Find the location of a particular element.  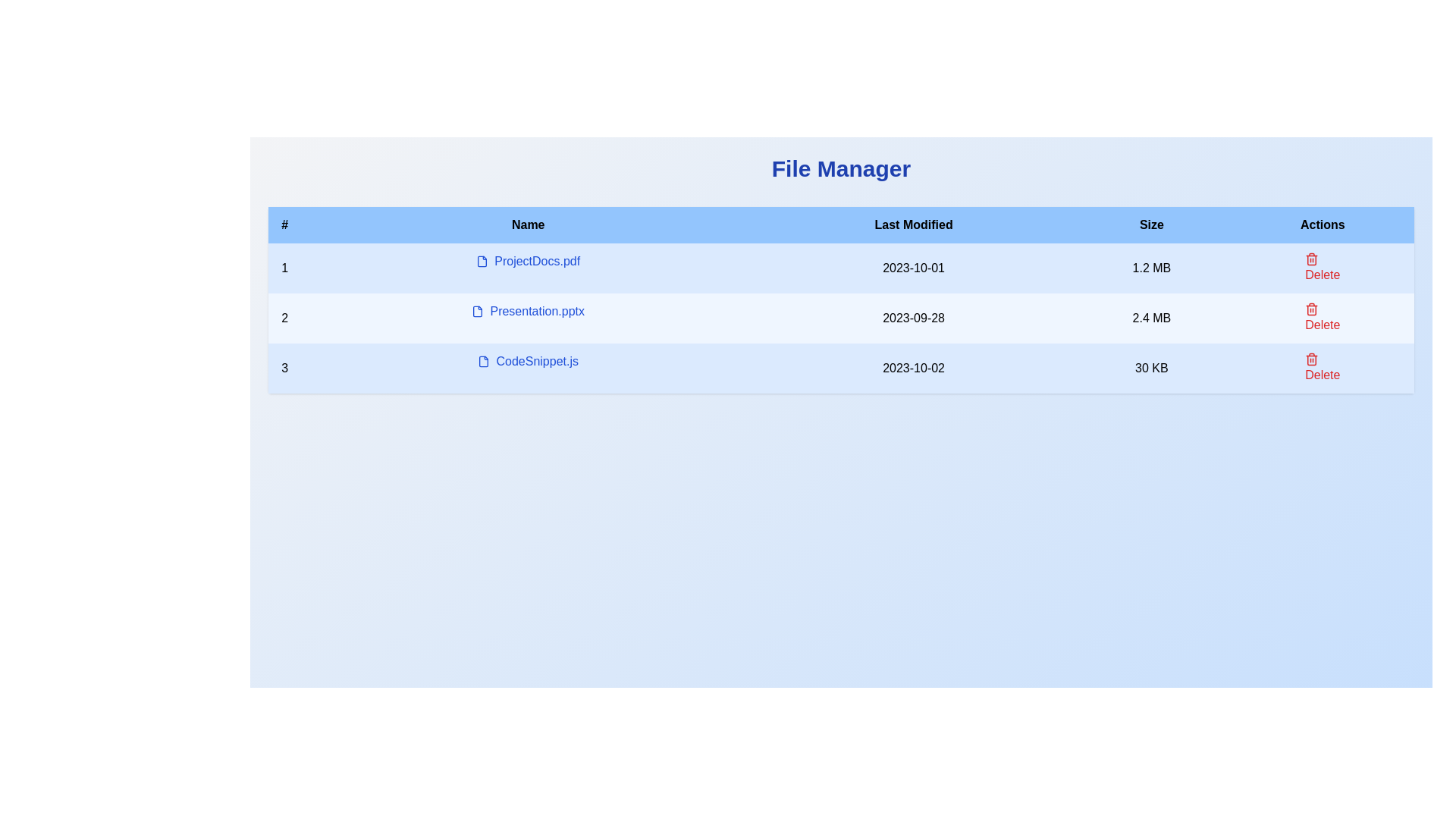

the icon representing the file 'CodeSnippet.js' located in the third row of the table under the 'Name' column is located at coordinates (483, 362).